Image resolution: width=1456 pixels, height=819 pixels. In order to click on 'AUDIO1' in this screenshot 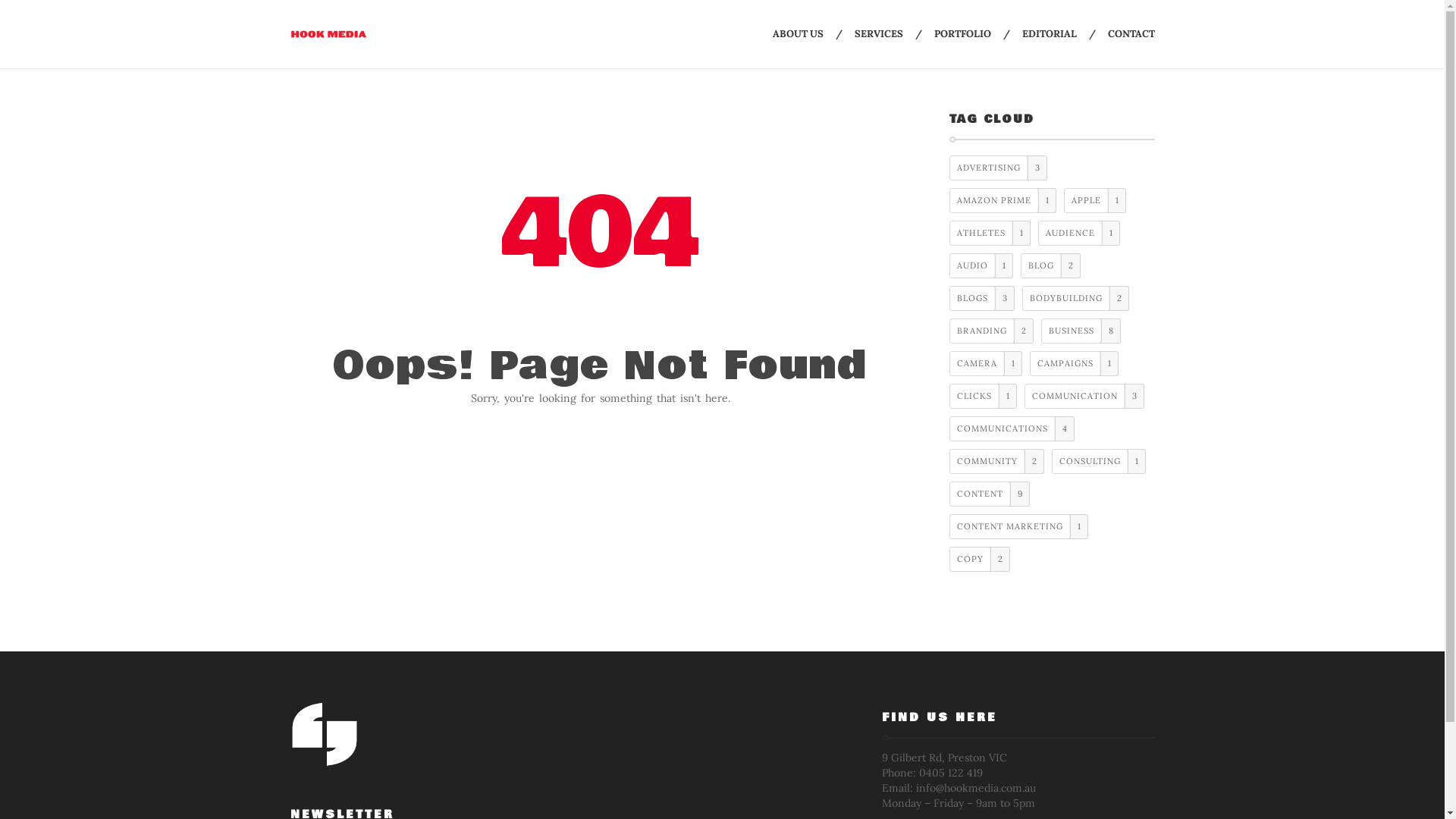, I will do `click(981, 265)`.